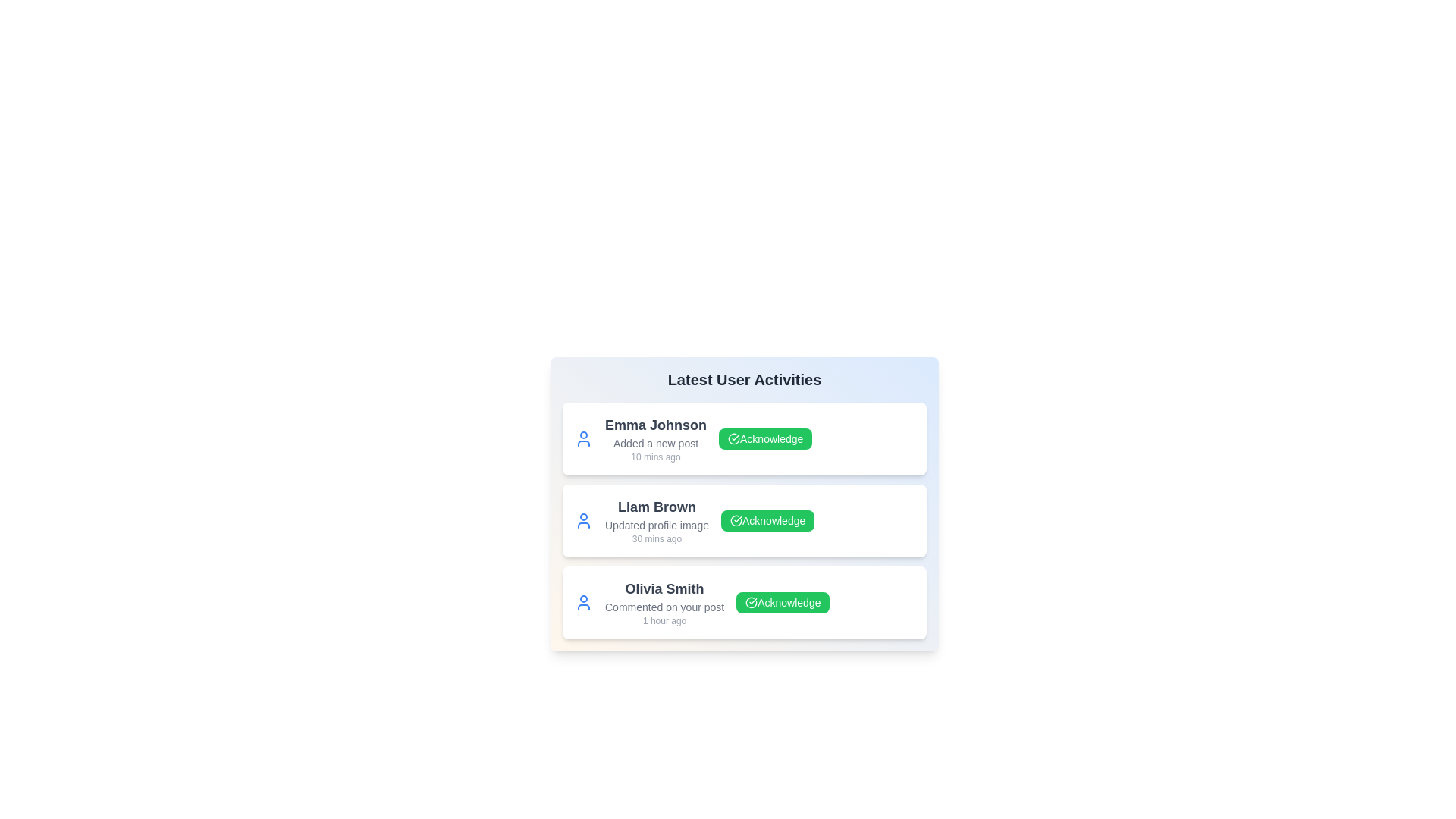  What do you see at coordinates (767, 519) in the screenshot?
I see `the 'Acknowledge' button for the activity of Liam Brown` at bounding box center [767, 519].